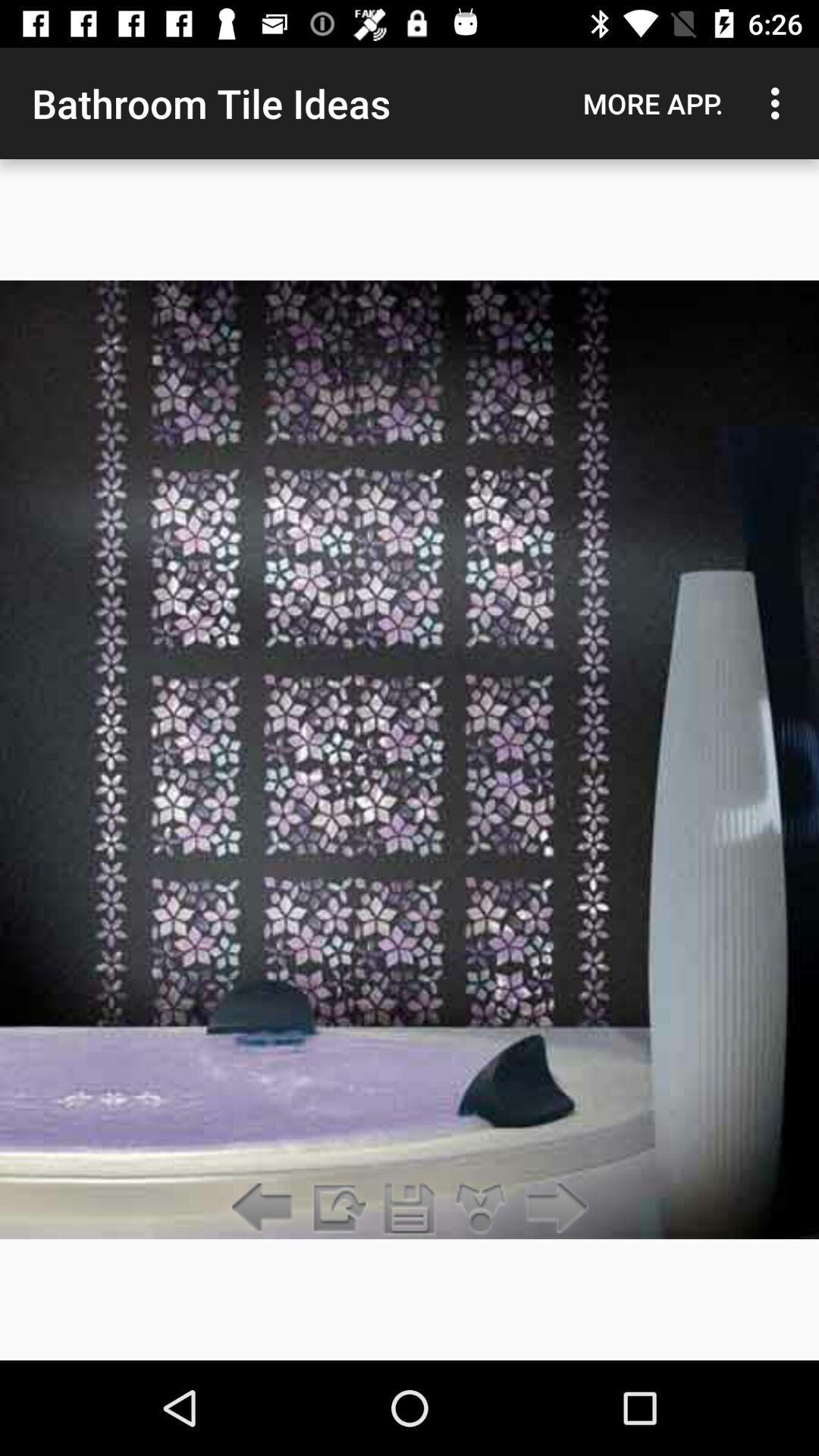 Image resolution: width=819 pixels, height=1456 pixels. I want to click on split, so click(481, 1208).